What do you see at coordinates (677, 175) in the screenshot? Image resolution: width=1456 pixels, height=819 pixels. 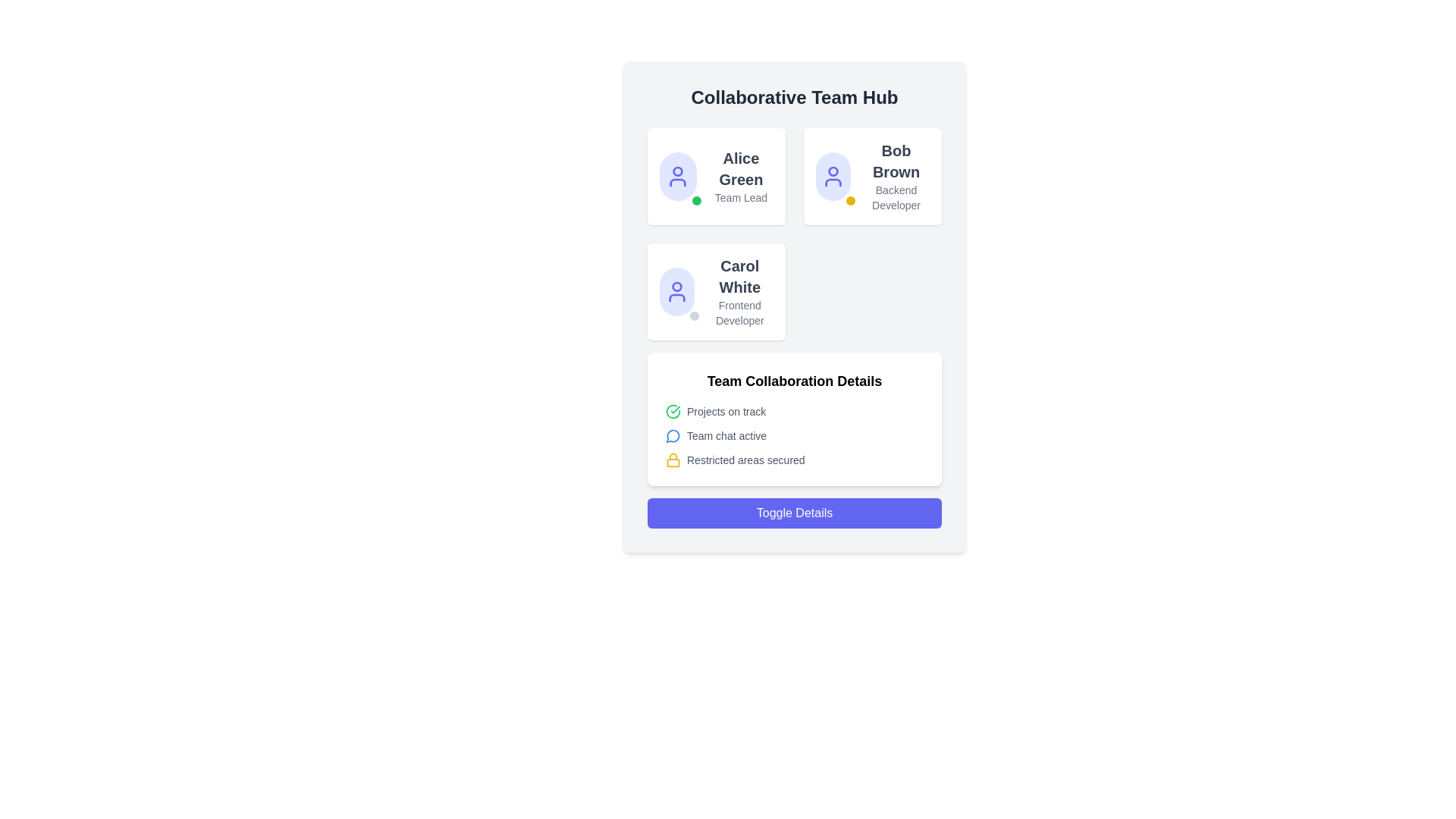 I see `the Profile Picture with Status Badge located on the left side of the 'Alice Green Team Lead' section in the Collaborative Team Hub interface` at bounding box center [677, 175].